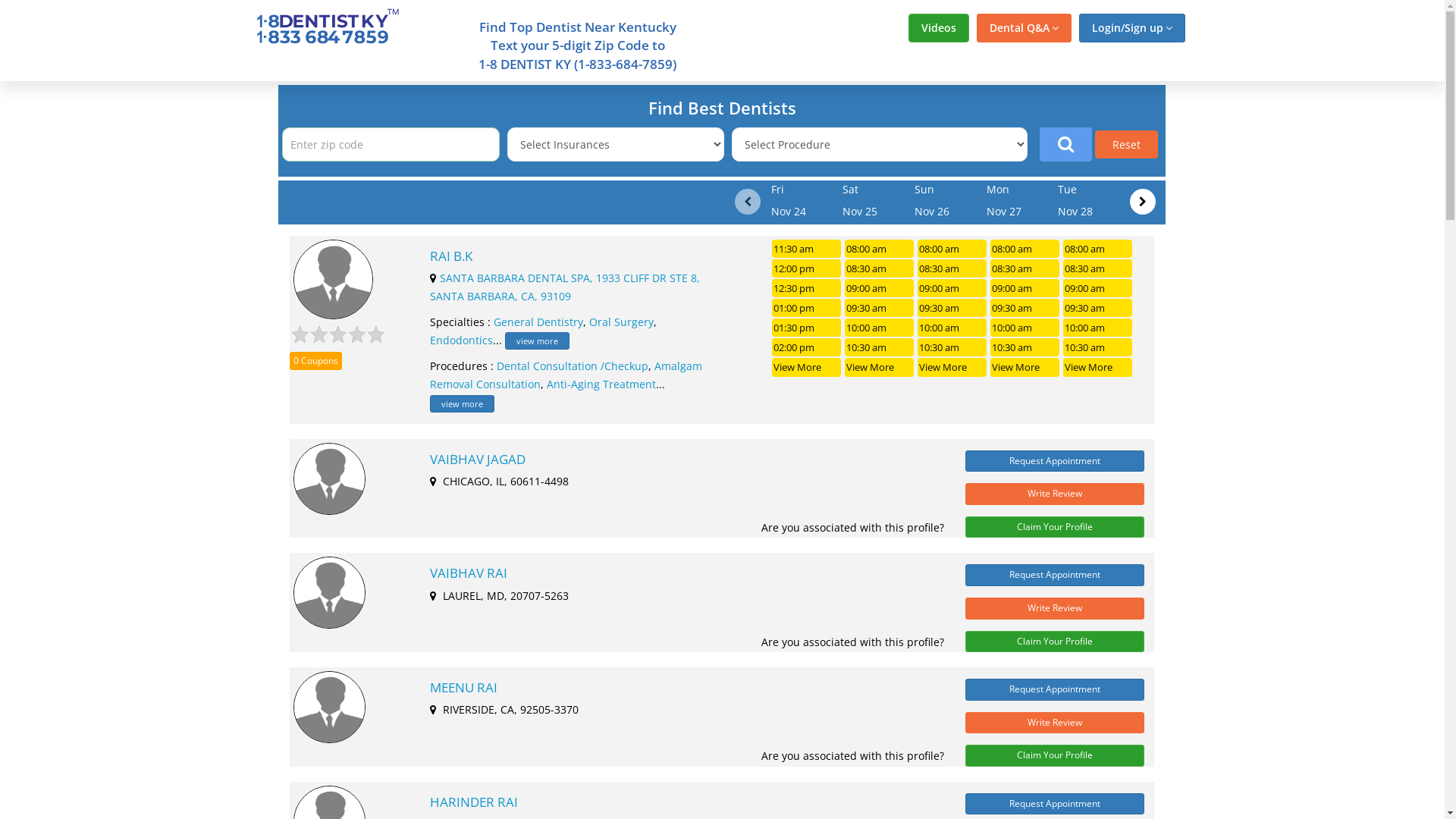  Describe the element at coordinates (879, 268) in the screenshot. I see `'08:30 am'` at that location.